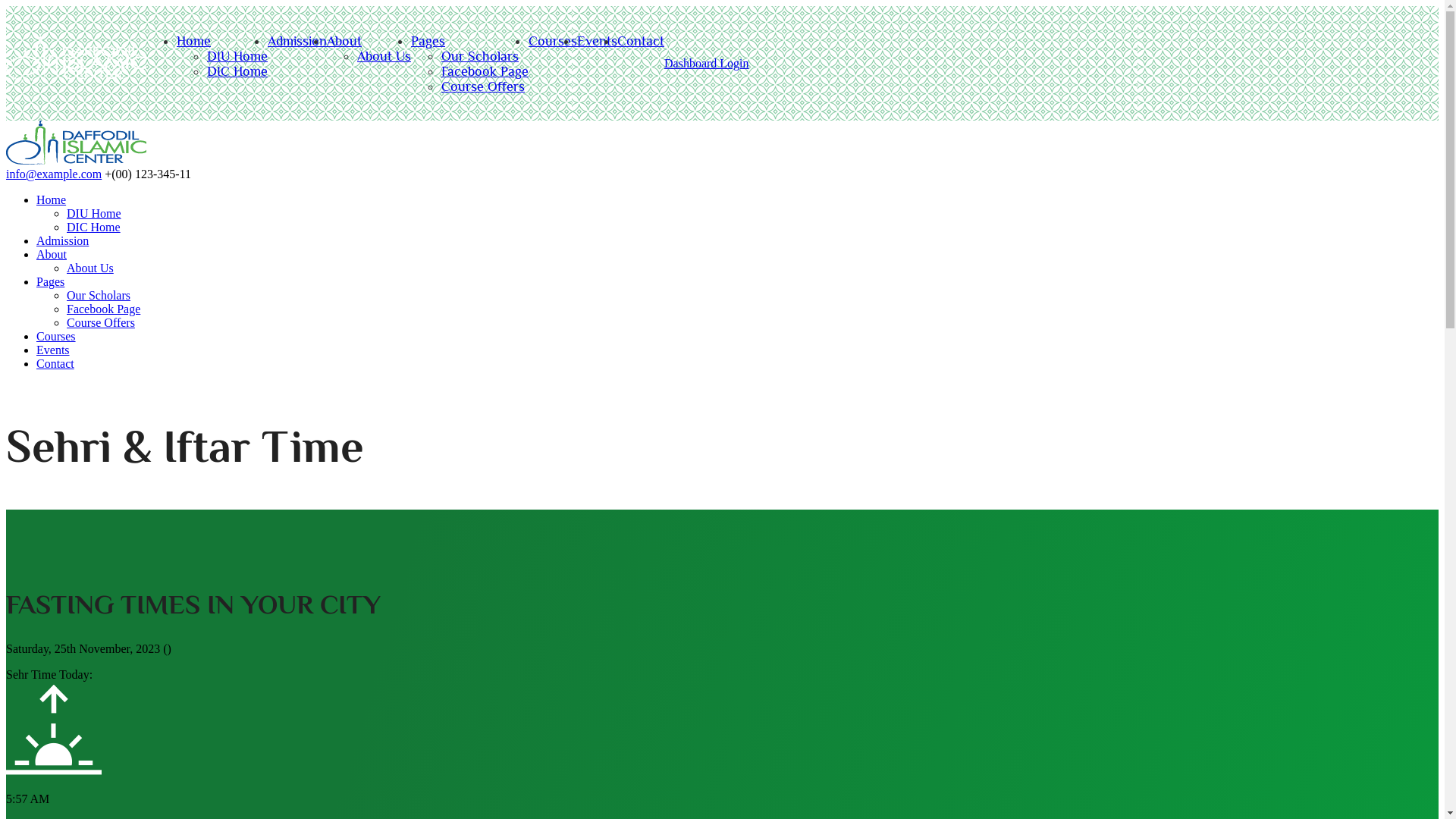 The width and height of the screenshot is (1456, 819). I want to click on 'Home', so click(177, 40).